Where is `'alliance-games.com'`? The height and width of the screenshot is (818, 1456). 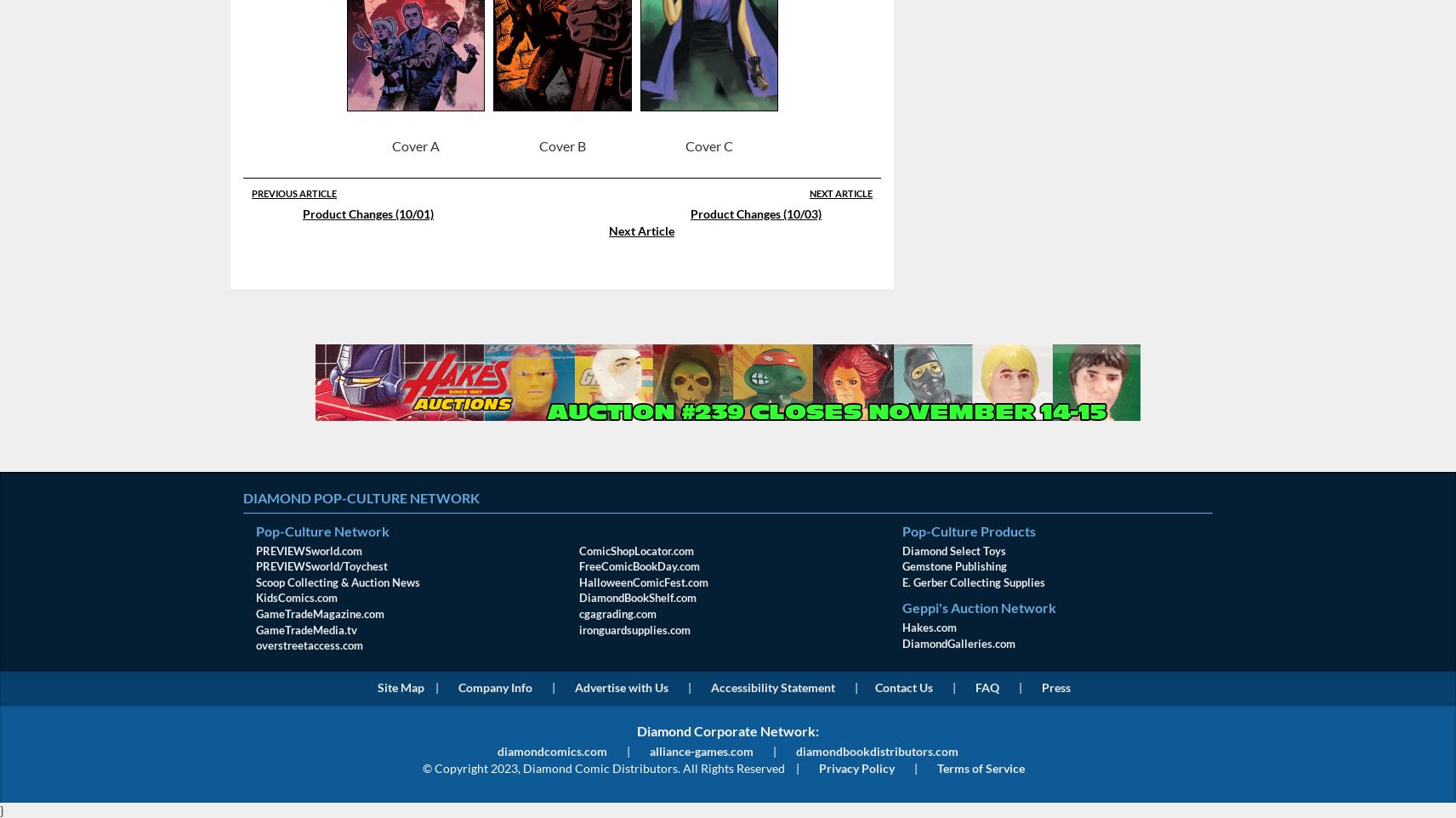 'alliance-games.com' is located at coordinates (702, 749).